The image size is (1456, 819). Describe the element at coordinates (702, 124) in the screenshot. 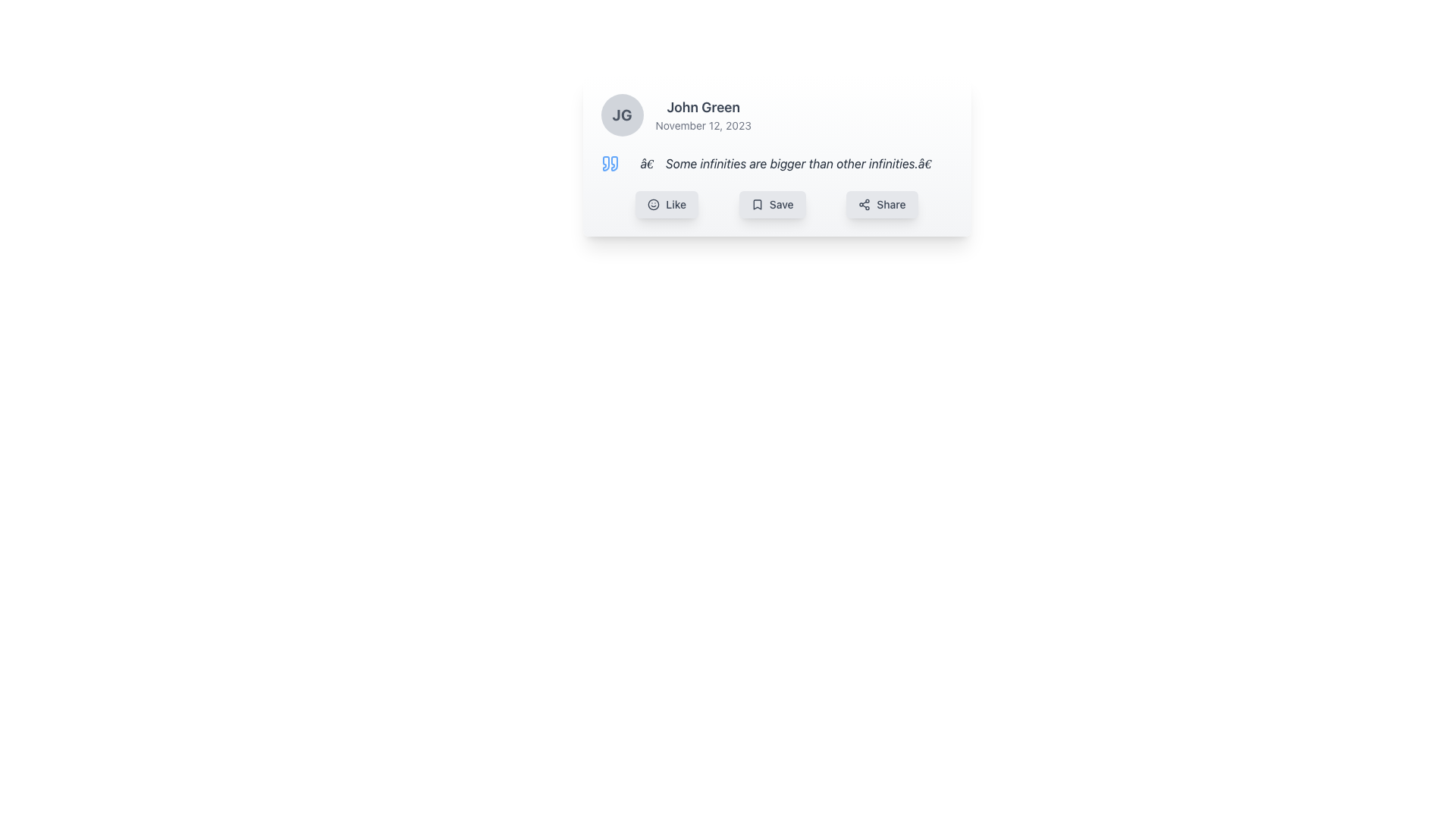

I see `displayed date from the text label positioned beneath the 'John Green' text in the card layout` at that location.